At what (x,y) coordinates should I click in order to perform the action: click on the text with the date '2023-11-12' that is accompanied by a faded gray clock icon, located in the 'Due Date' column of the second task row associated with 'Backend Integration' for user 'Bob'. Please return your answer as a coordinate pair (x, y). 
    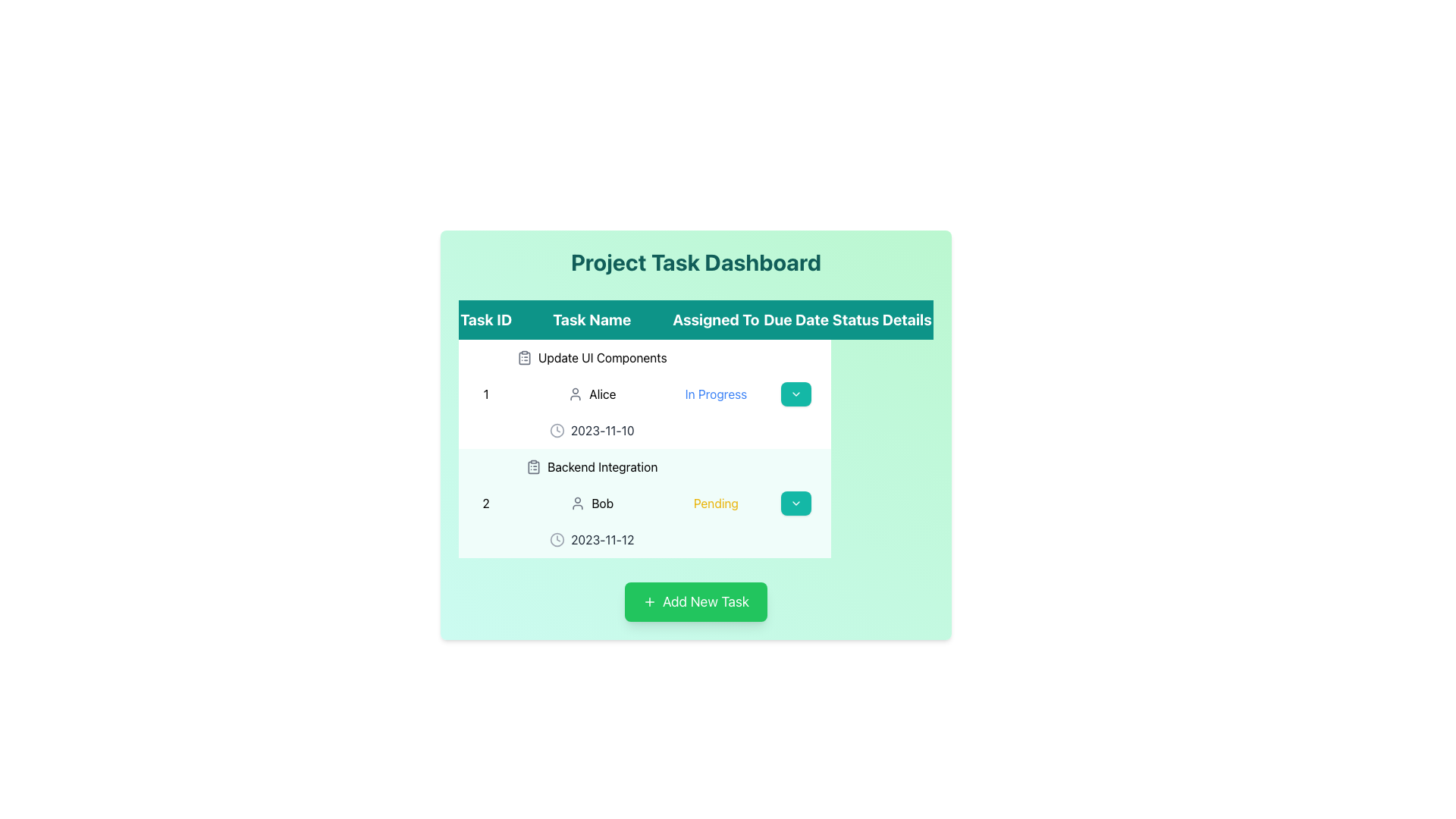
    Looking at the image, I should click on (591, 539).